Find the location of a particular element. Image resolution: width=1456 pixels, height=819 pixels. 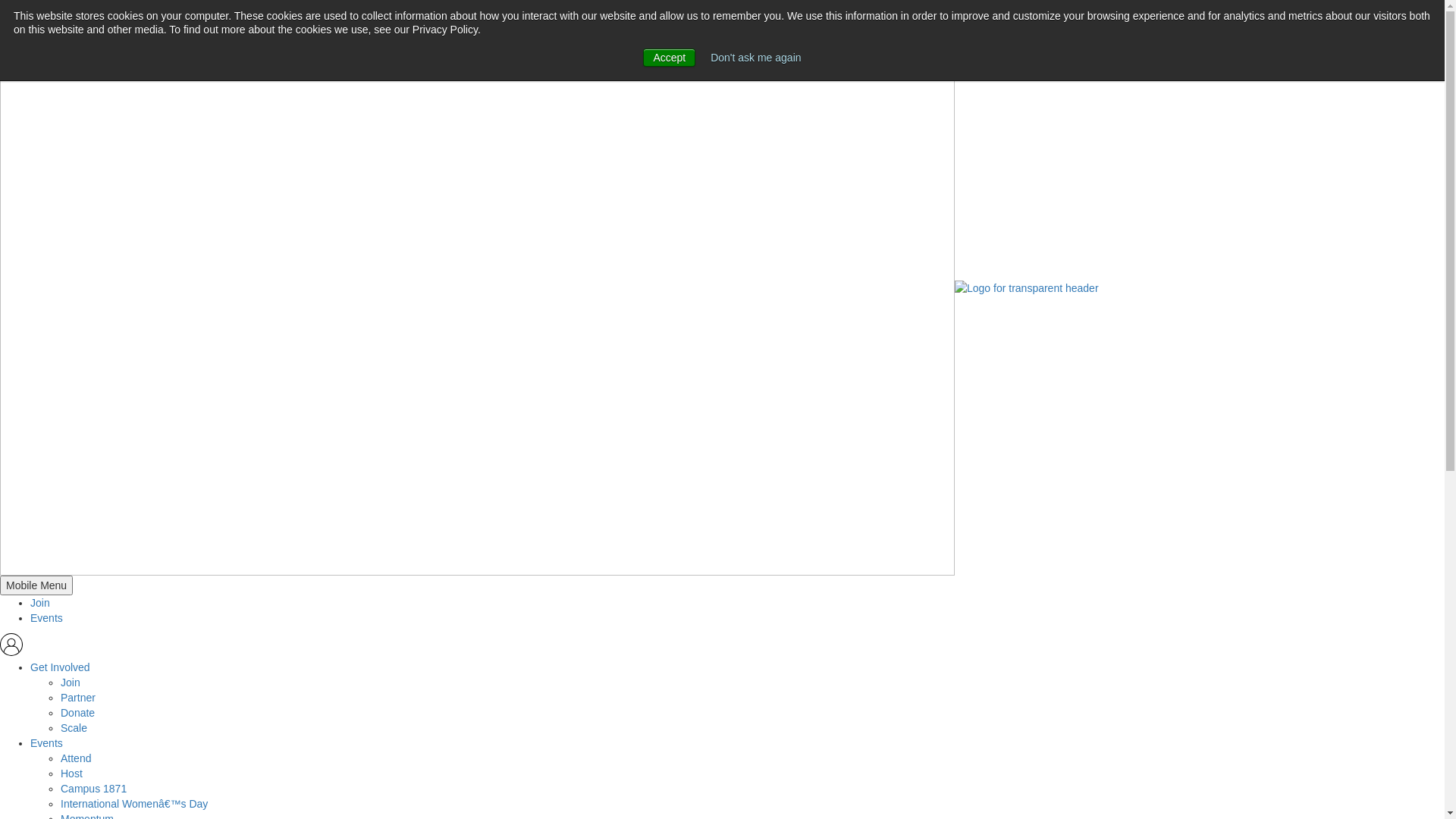

'Partner' is located at coordinates (77, 698).